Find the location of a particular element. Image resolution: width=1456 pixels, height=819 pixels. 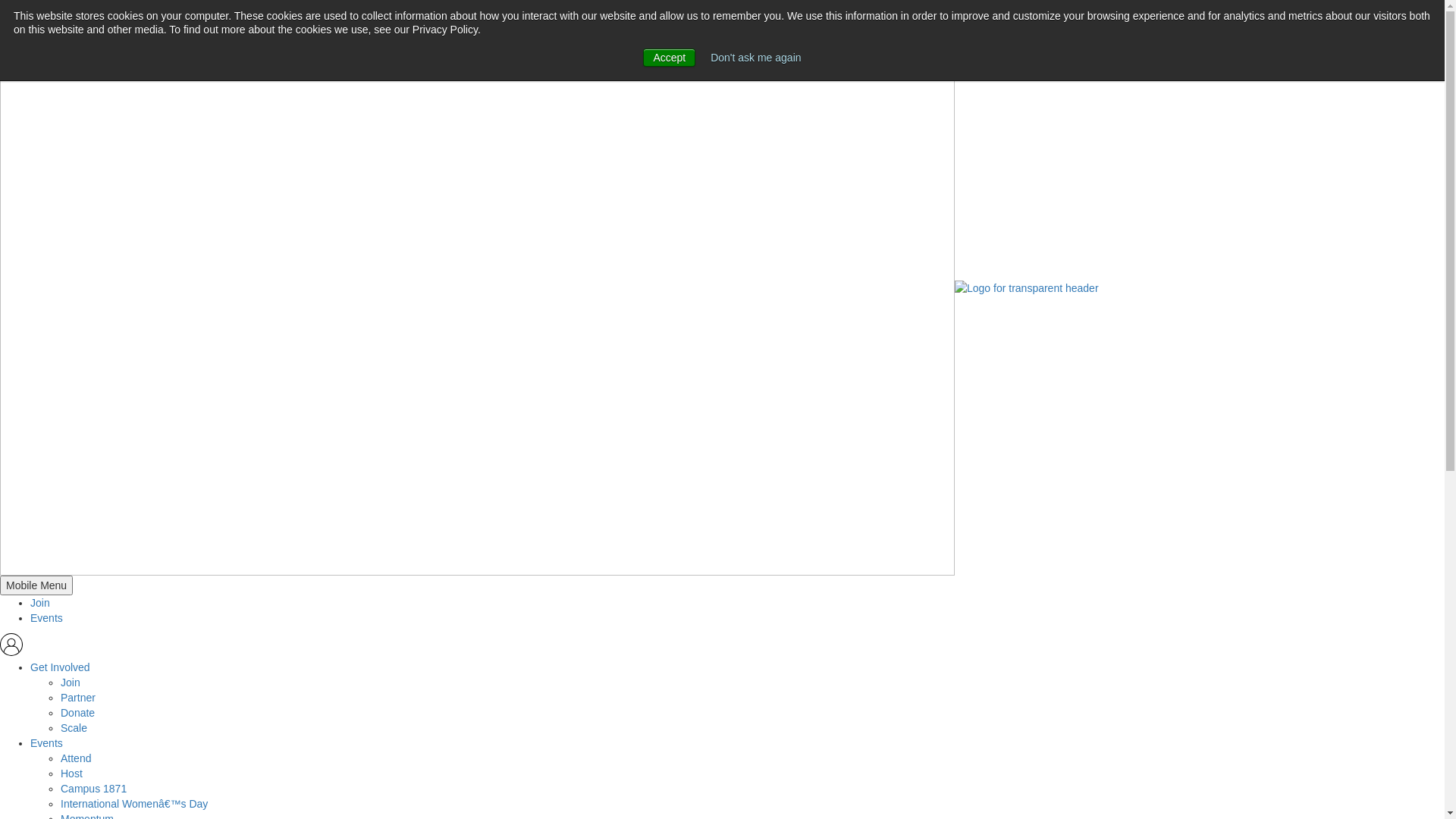

'Partner' is located at coordinates (77, 698).